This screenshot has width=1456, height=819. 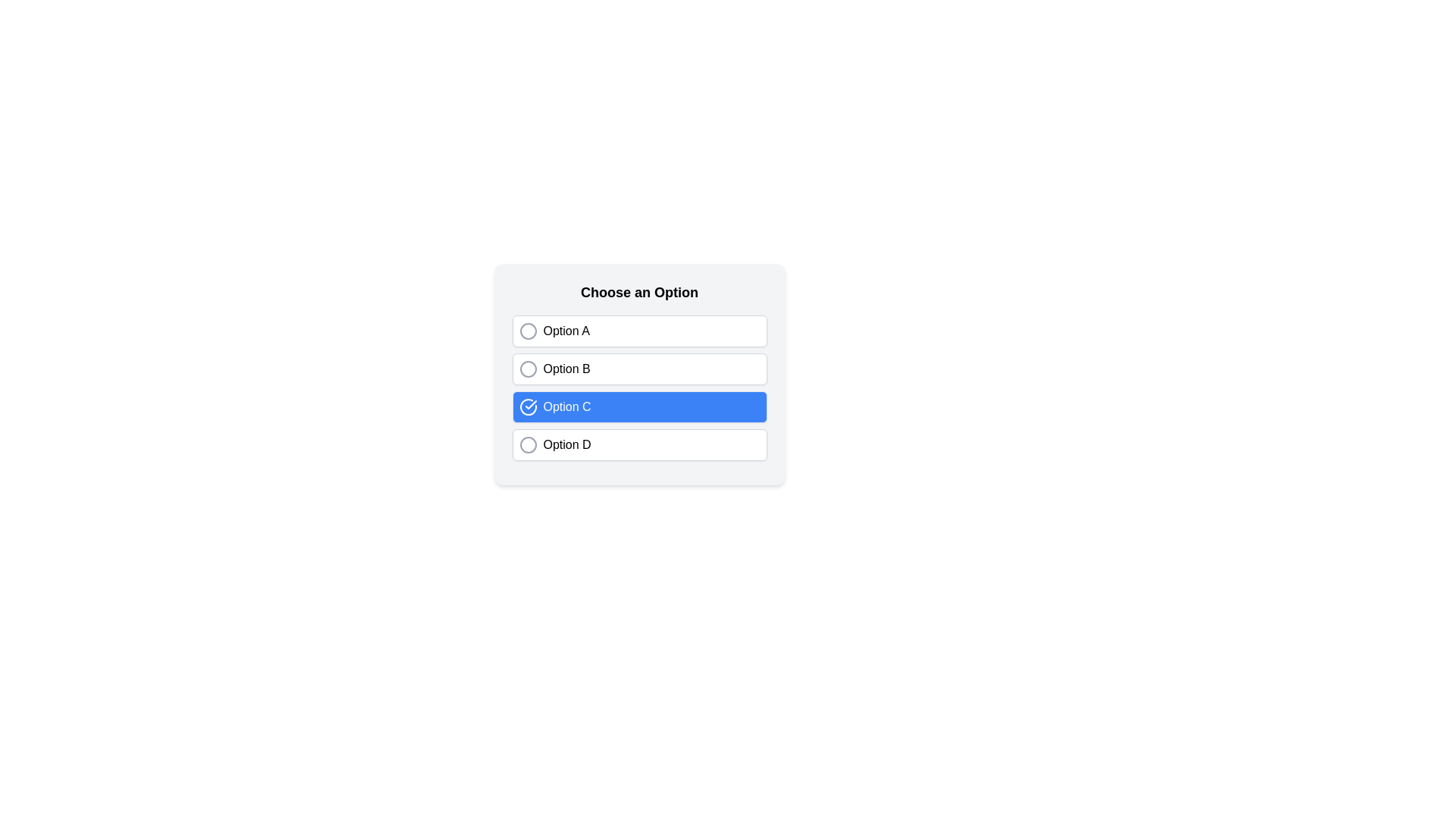 I want to click on the icon indicating that 'Option C' is selected, located to the left of the text label in the selection area, so click(x=528, y=406).